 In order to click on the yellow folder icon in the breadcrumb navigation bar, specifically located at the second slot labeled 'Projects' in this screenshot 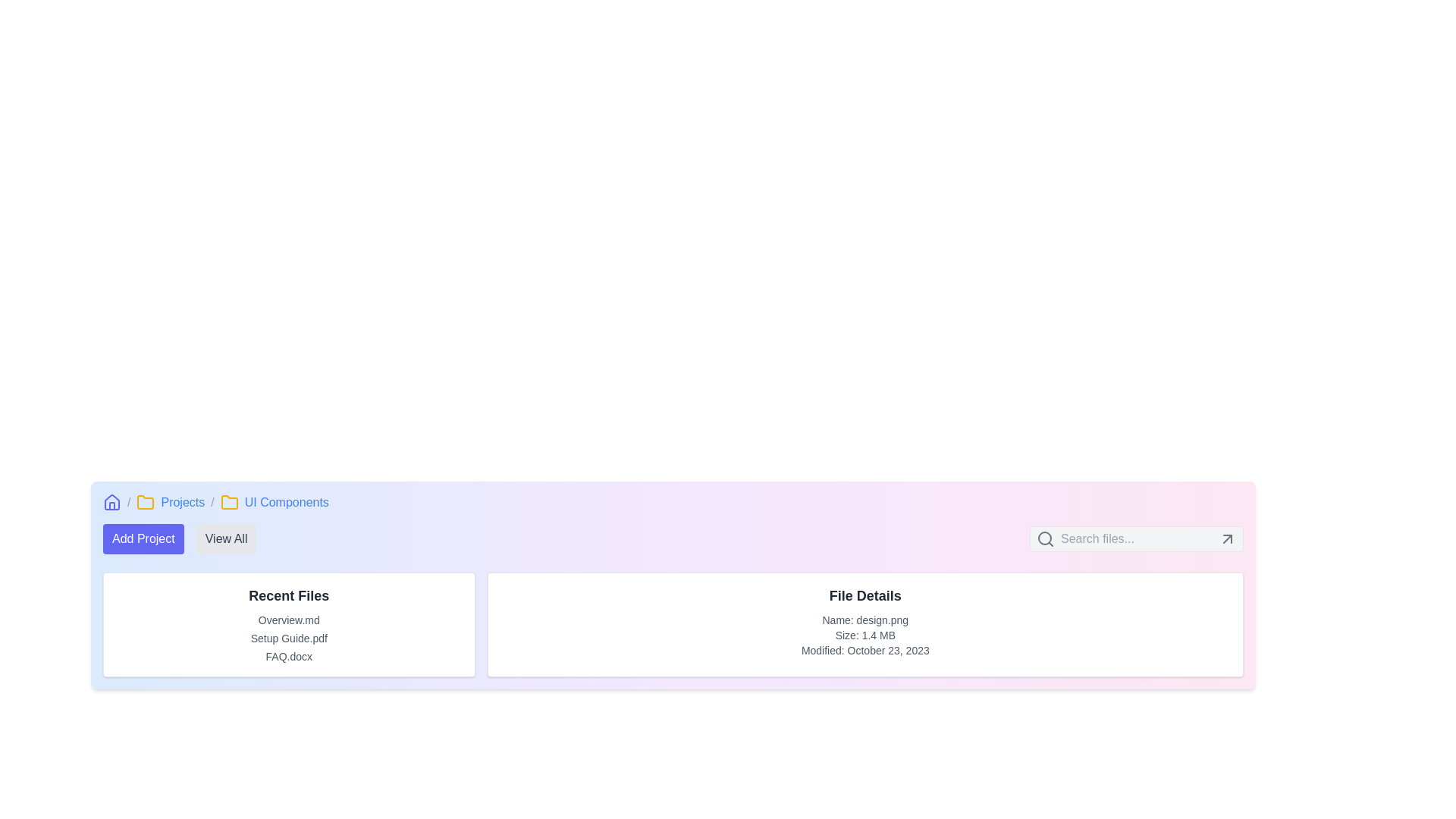, I will do `click(228, 502)`.